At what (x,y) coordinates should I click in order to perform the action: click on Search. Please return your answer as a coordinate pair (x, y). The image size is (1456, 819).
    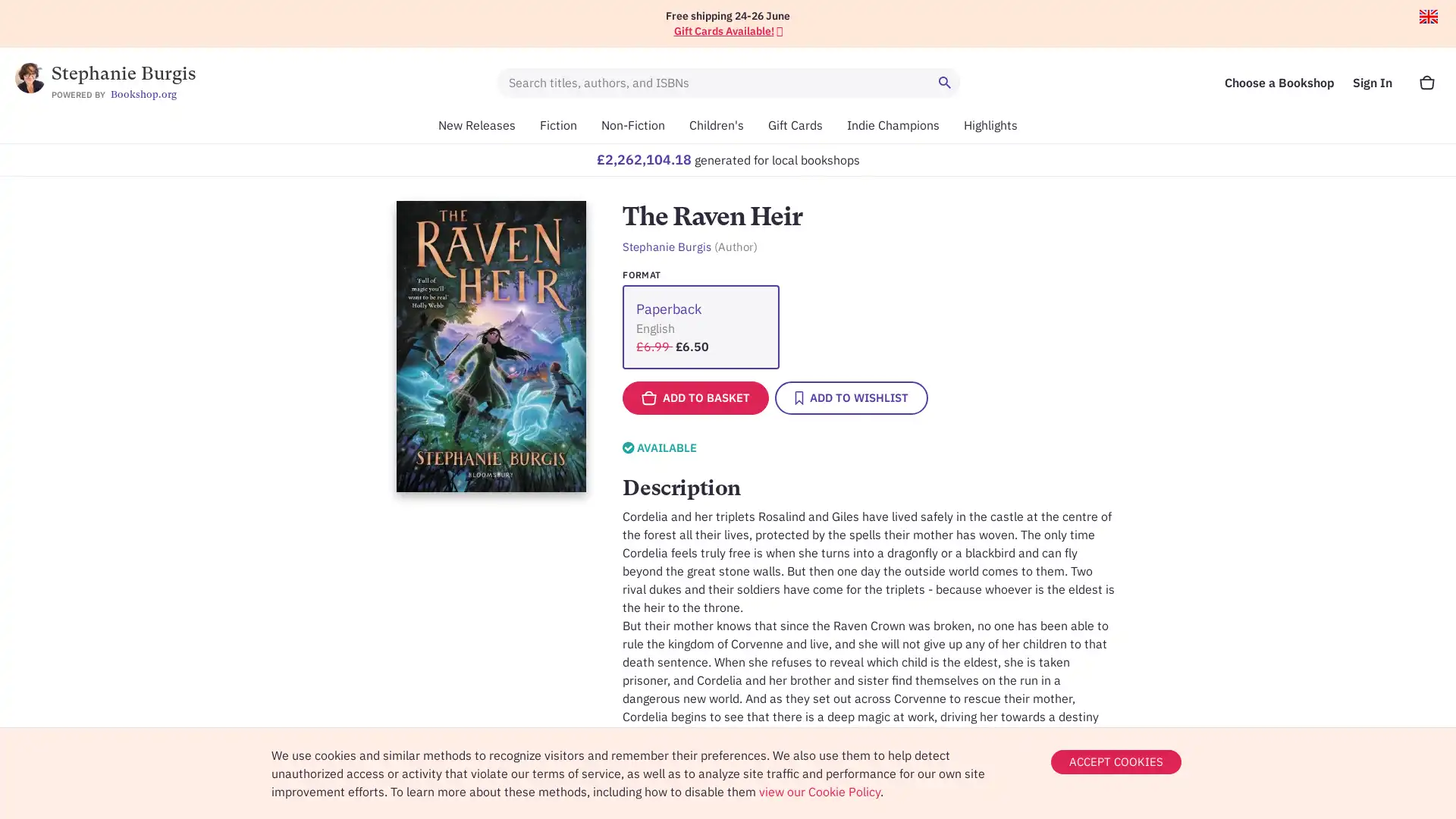
    Looking at the image, I should click on (946, 82).